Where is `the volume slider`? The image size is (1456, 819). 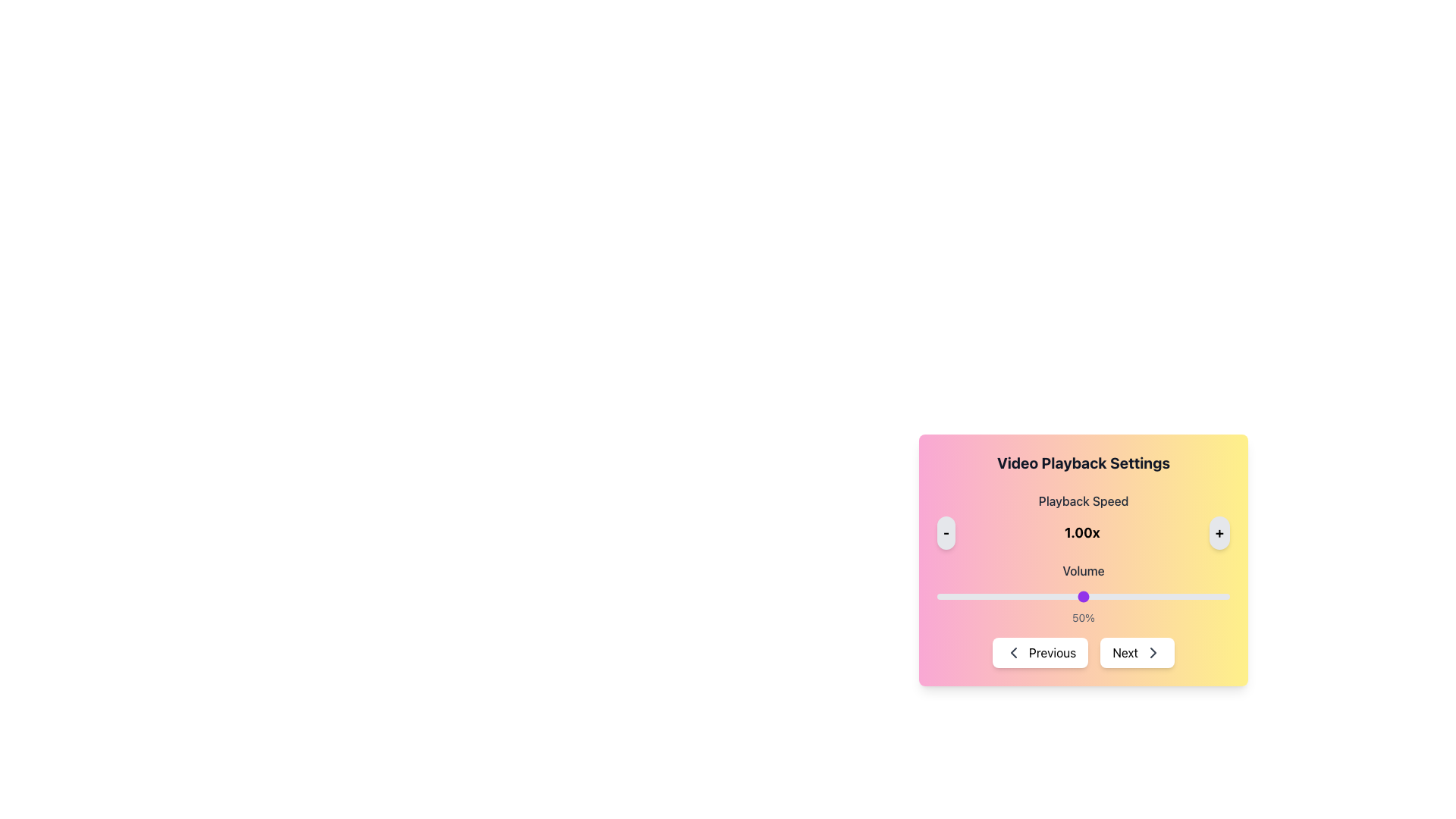
the volume slider is located at coordinates (1083, 595).